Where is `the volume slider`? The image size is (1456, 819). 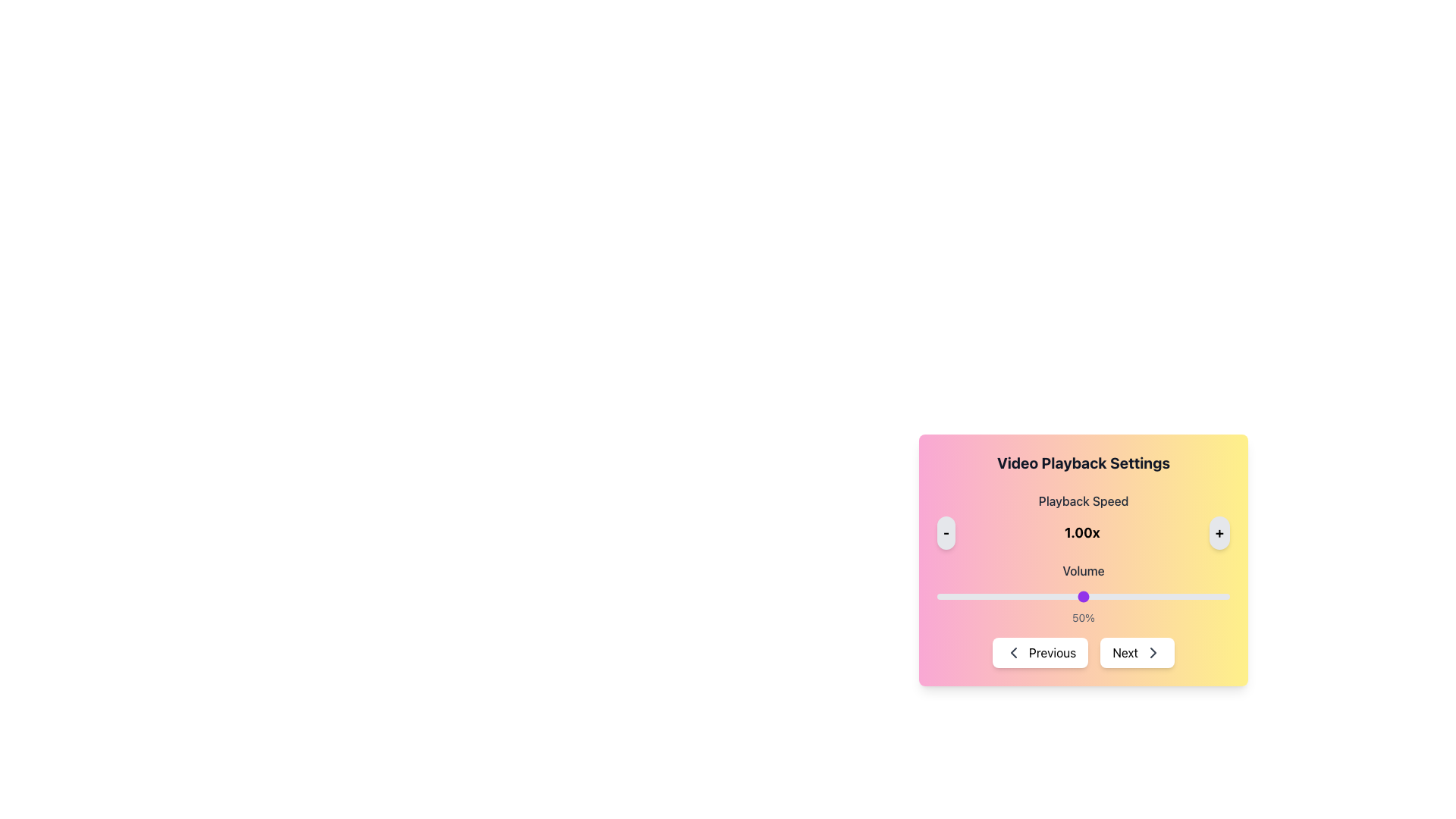
the volume slider is located at coordinates (1083, 595).